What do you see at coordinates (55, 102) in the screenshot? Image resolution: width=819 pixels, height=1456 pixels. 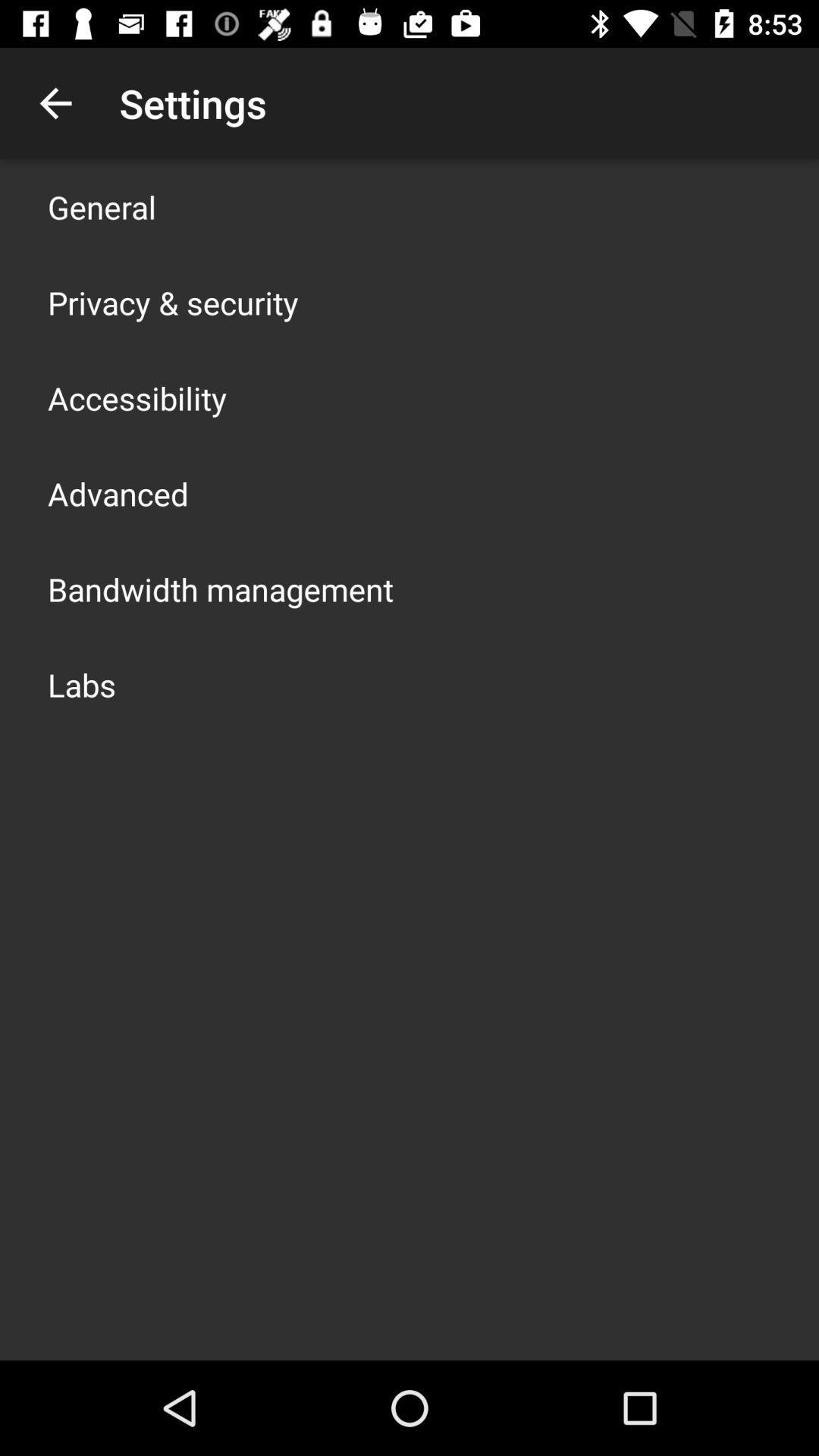 I see `item to the left of the settings icon` at bounding box center [55, 102].